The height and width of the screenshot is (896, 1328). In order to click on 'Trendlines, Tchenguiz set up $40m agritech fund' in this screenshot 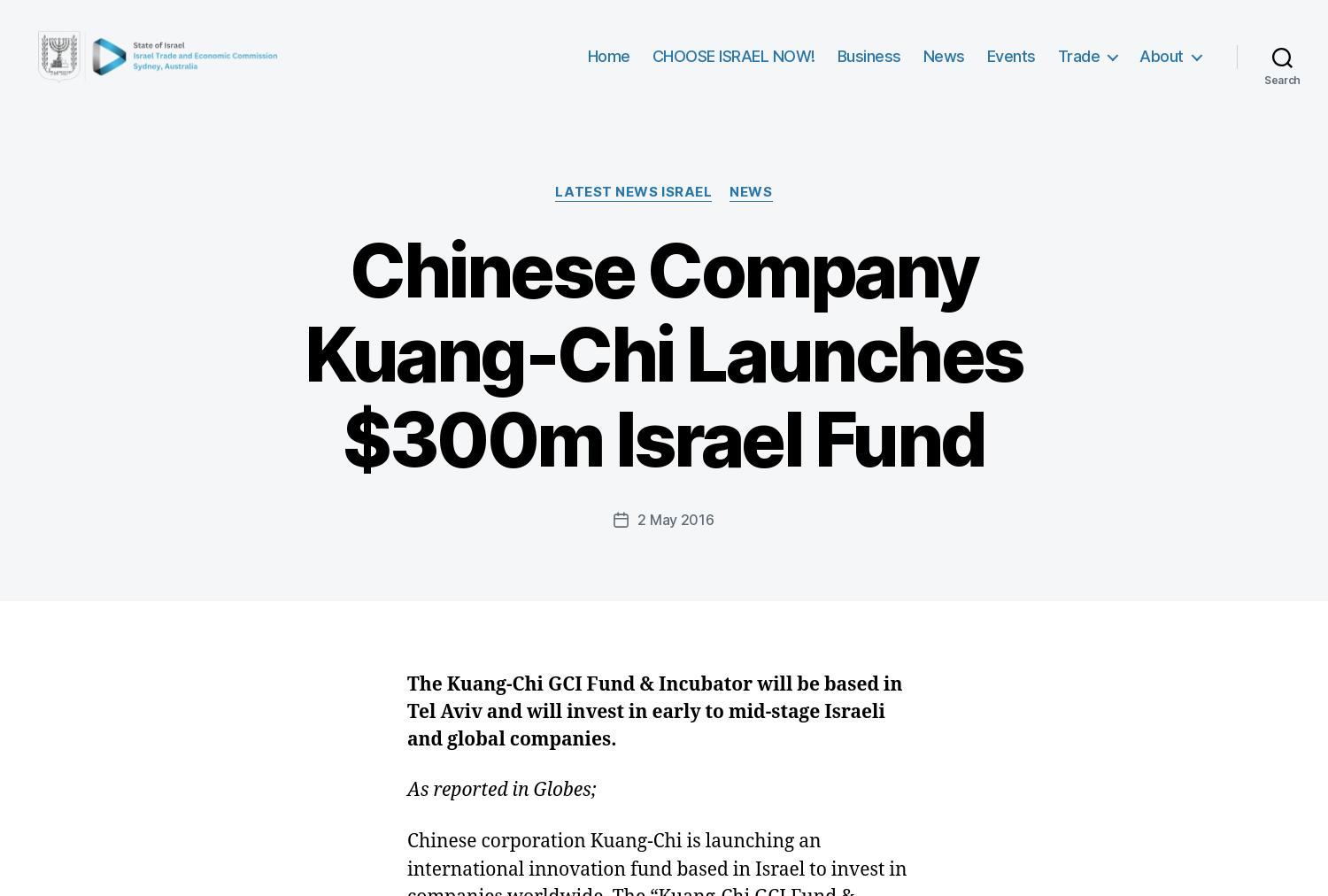, I will do `click(652, 660)`.